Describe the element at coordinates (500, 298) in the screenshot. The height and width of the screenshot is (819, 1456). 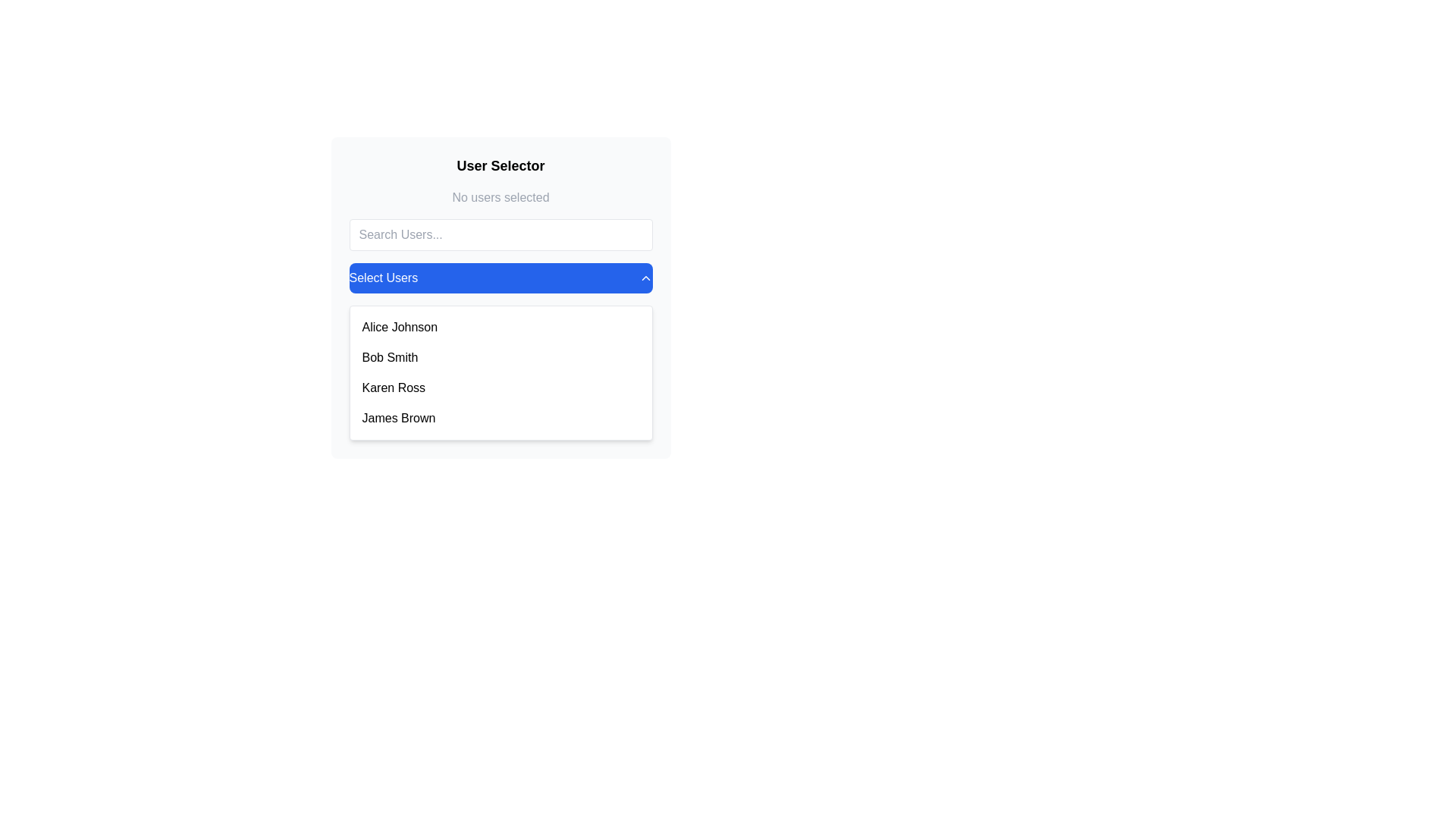
I see `the chevron icon located below the search input box and above the list of selectable users in the 'User Selector' panel to toggle the dropdown menu` at that location.